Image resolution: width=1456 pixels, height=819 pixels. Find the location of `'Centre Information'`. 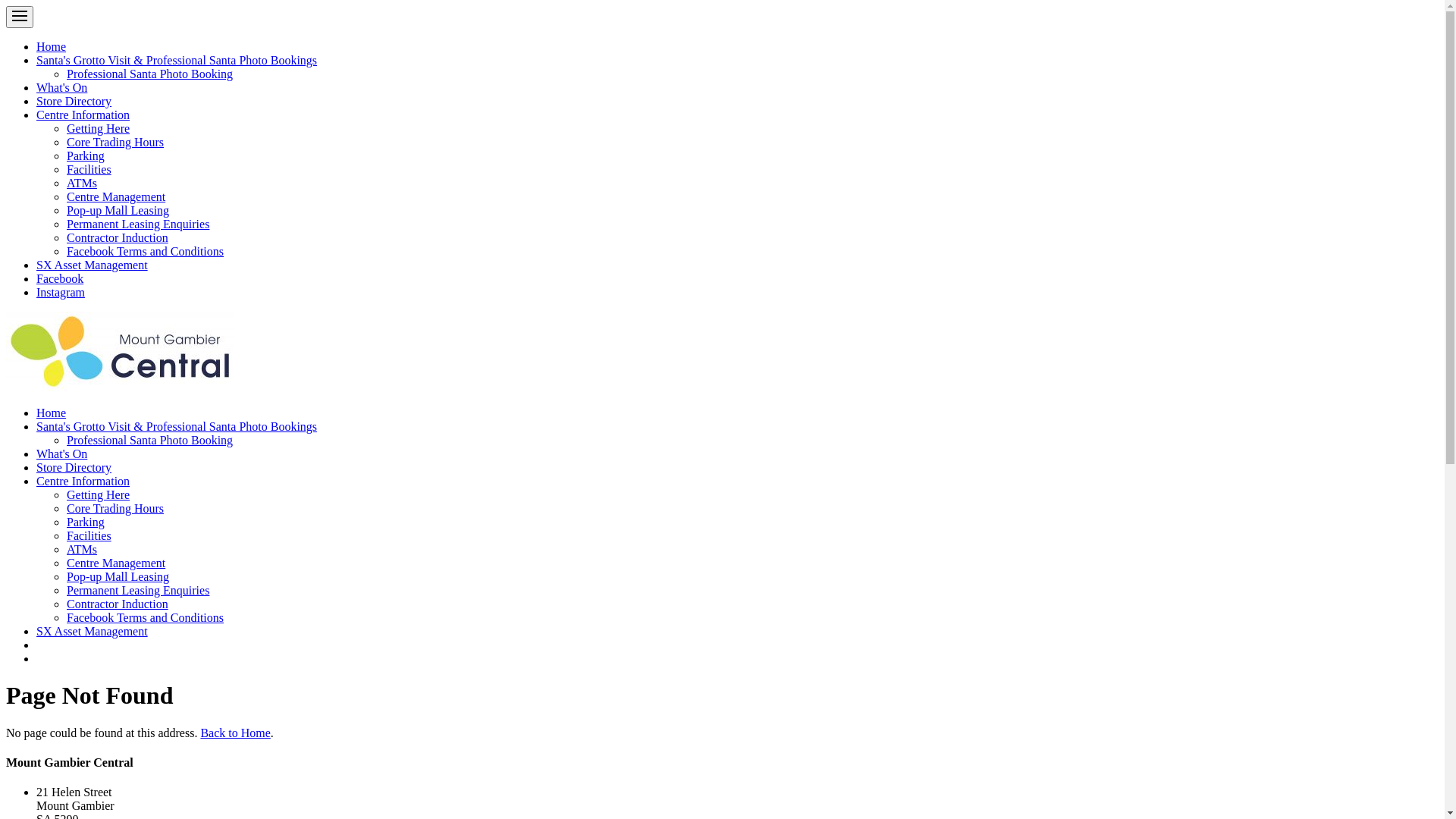

'Centre Information' is located at coordinates (36, 481).